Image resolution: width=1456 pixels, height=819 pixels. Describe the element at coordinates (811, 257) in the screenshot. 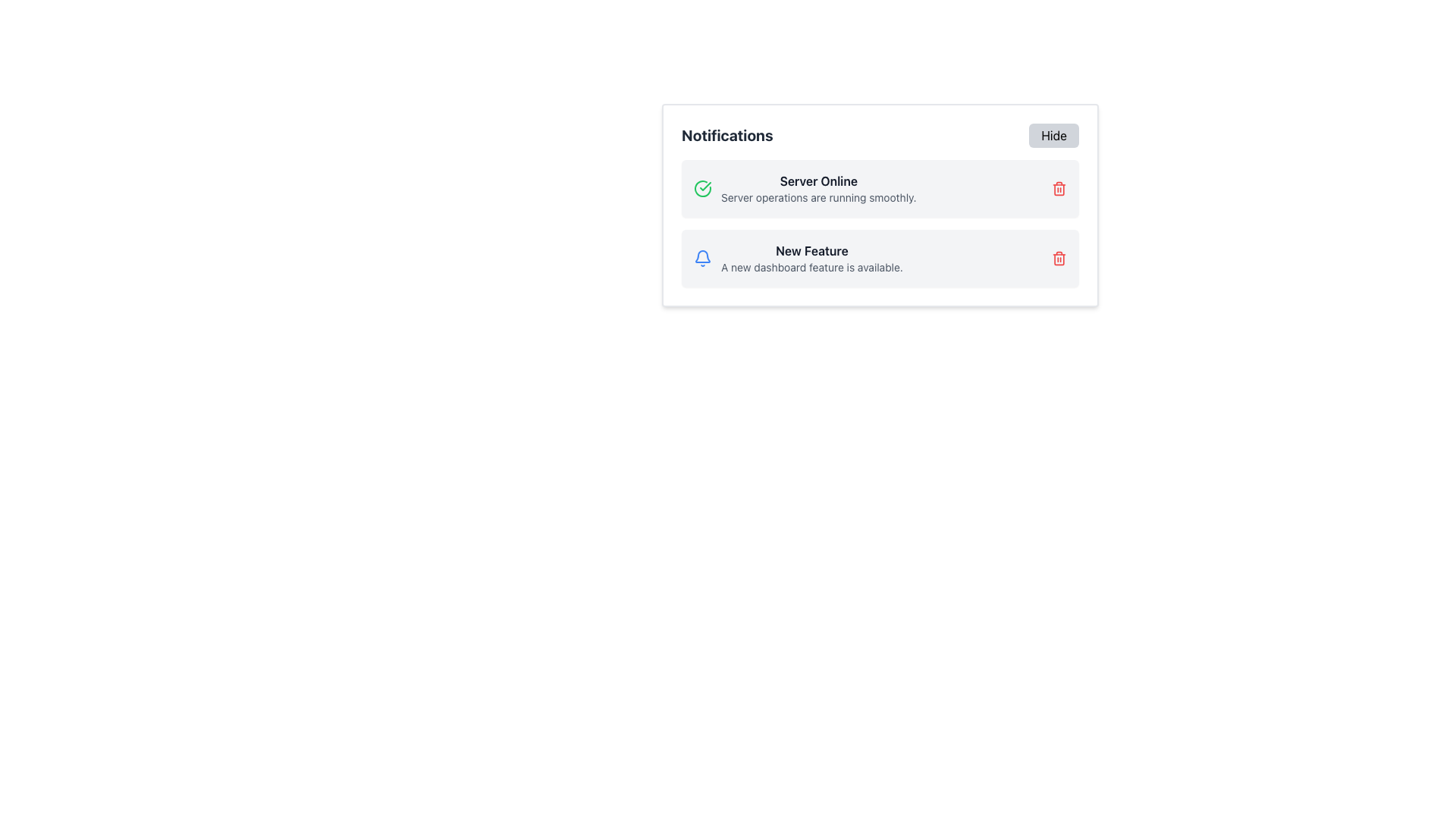

I see `the Text Description Block that displays 'New Feature' and 'A new dashboard feature is available.' This block is located in the lower notification item of the 'Notifications' section, to the right of the bell icon and above the red delete icon` at that location.